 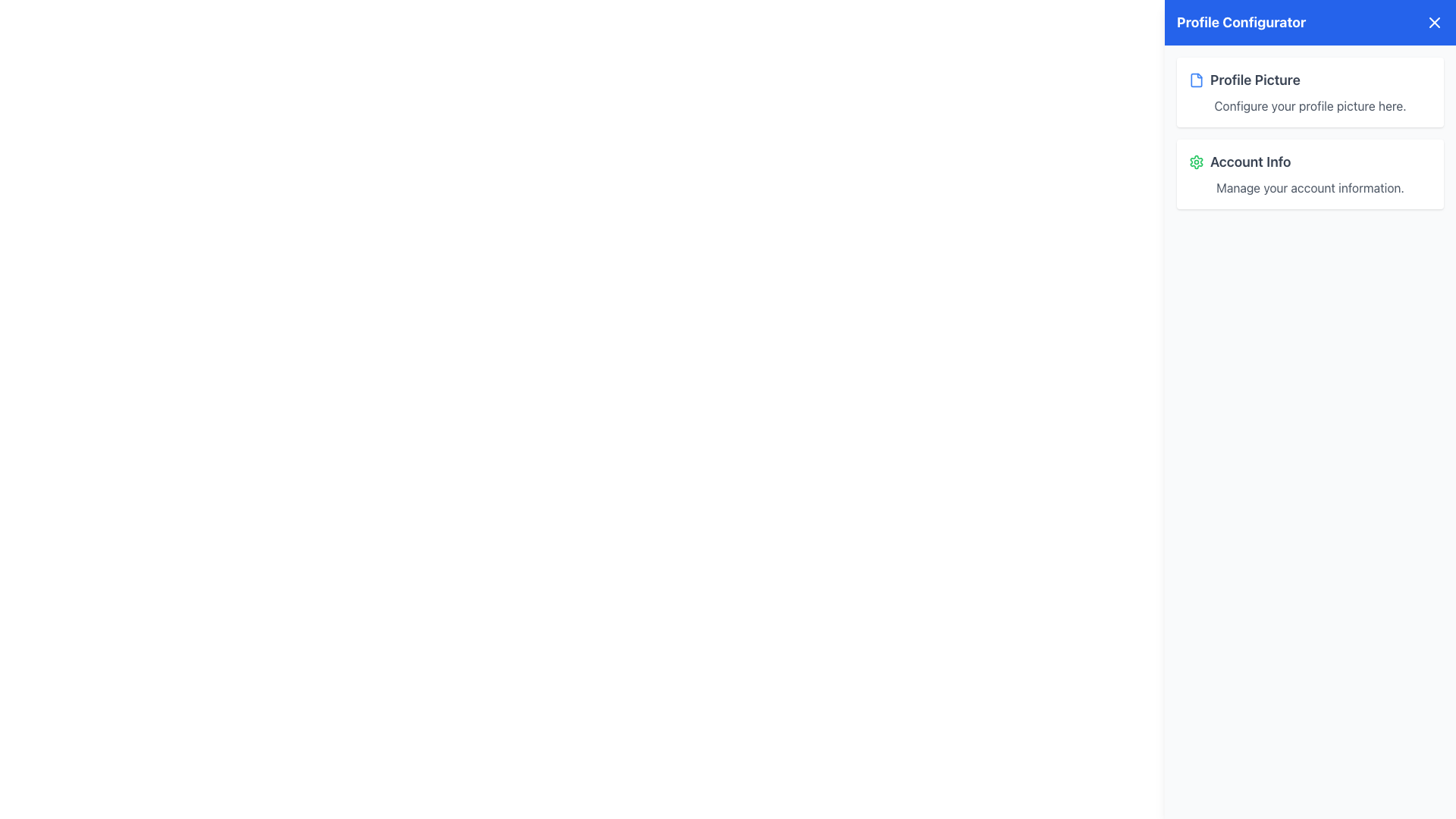 What do you see at coordinates (1241, 23) in the screenshot?
I see `text 'Profile Configurator' displayed in bold white font against a blue background in the header section of the side panel` at bounding box center [1241, 23].